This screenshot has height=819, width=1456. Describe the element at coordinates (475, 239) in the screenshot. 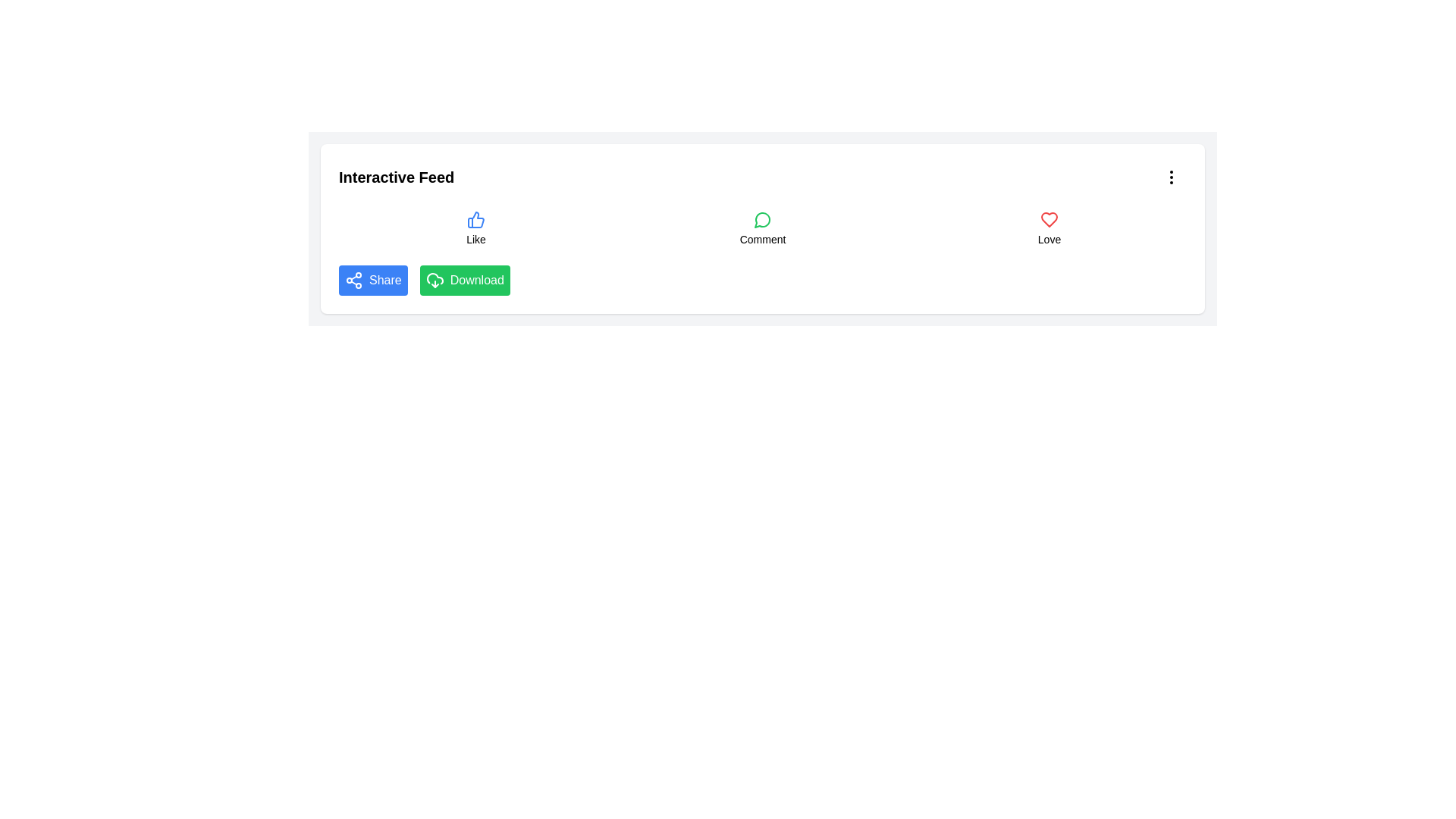

I see `the 'Like' text label, which is styled in a small sans-serif font and positioned below a thumbs-up icon` at that location.